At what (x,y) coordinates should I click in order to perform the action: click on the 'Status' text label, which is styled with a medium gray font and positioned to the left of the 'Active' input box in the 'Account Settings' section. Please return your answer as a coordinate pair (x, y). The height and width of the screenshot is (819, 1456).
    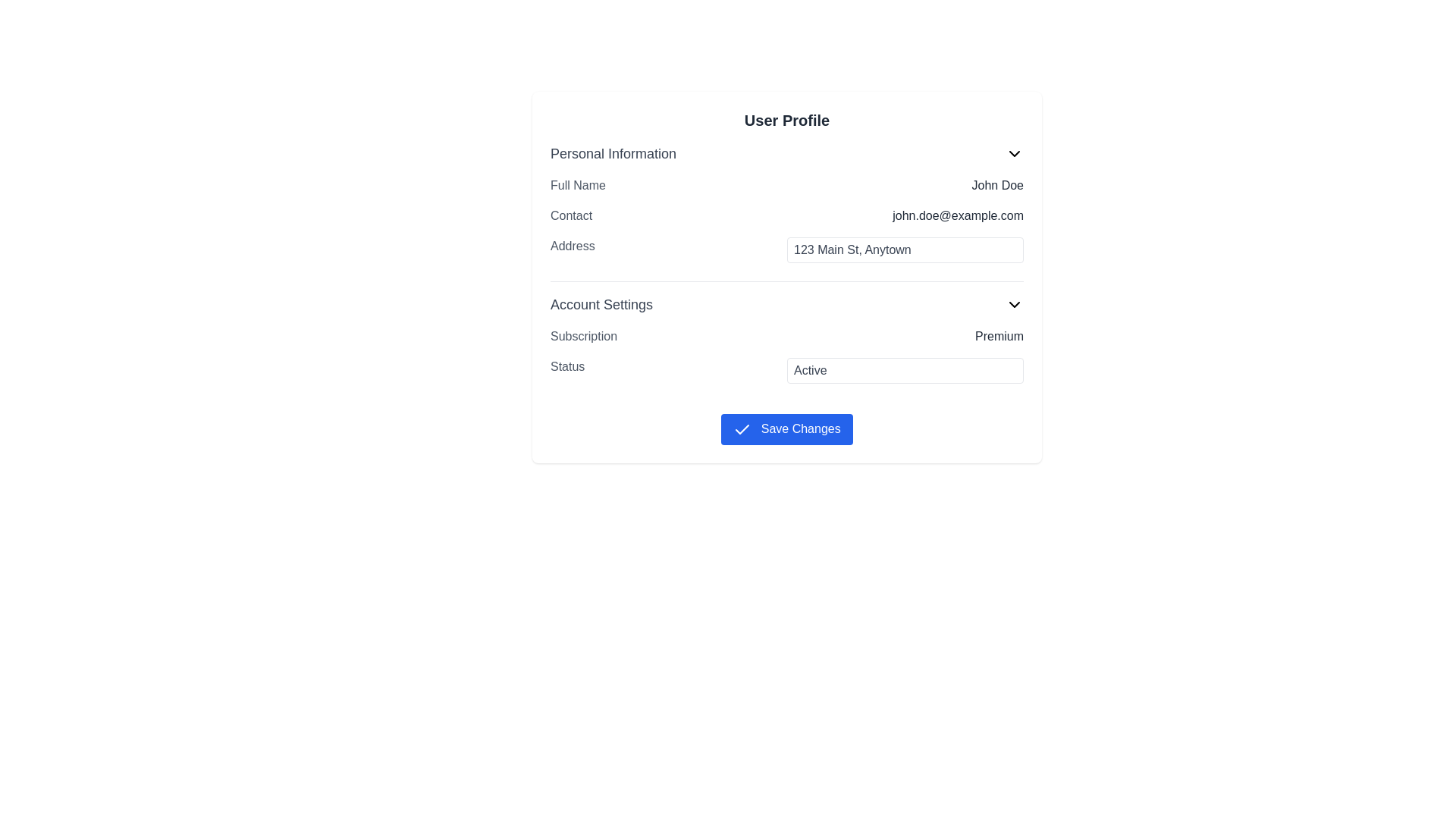
    Looking at the image, I should click on (566, 371).